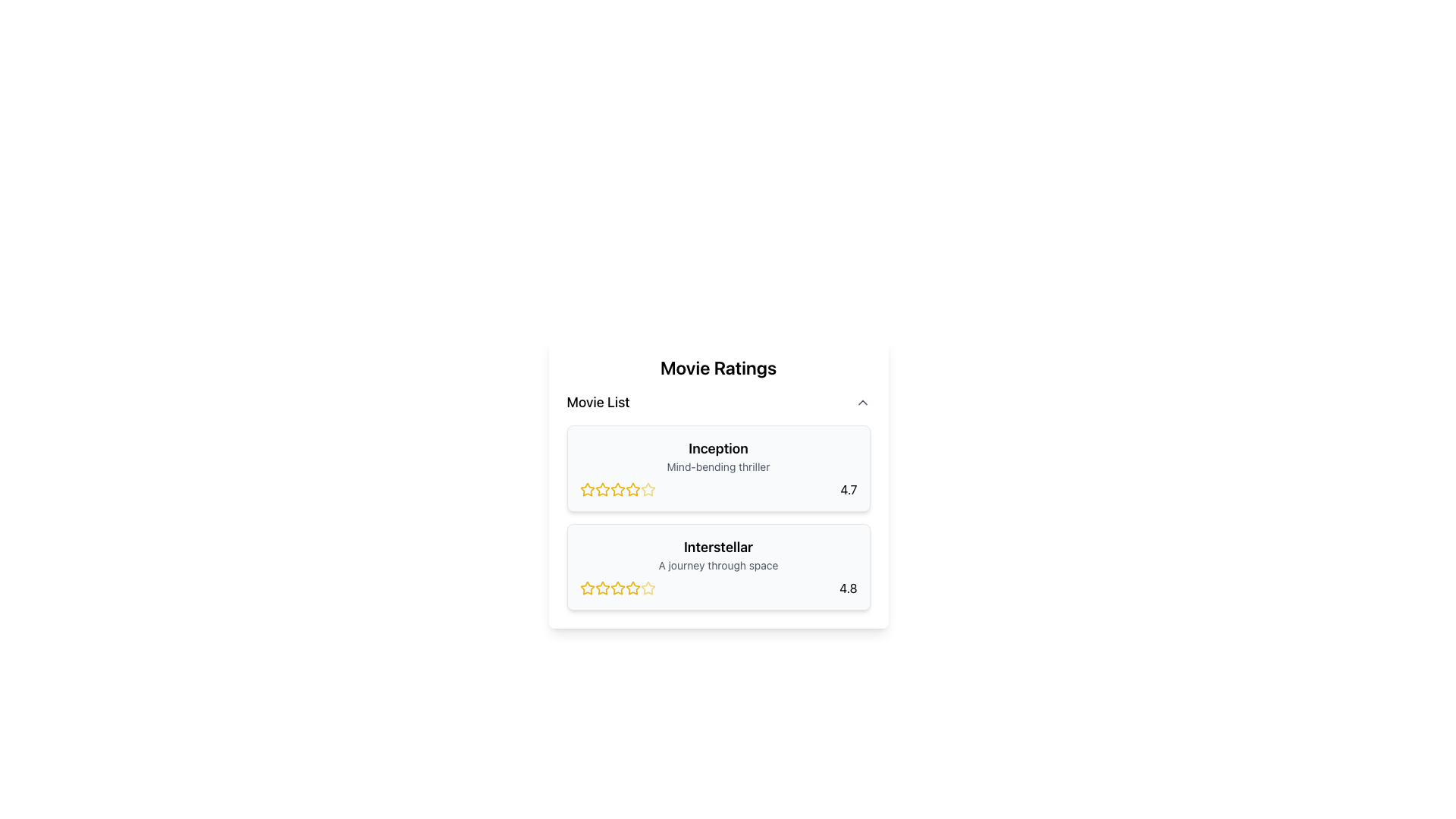  What do you see at coordinates (601, 489) in the screenshot?
I see `the first star icon for the movie 'Inception'` at bounding box center [601, 489].